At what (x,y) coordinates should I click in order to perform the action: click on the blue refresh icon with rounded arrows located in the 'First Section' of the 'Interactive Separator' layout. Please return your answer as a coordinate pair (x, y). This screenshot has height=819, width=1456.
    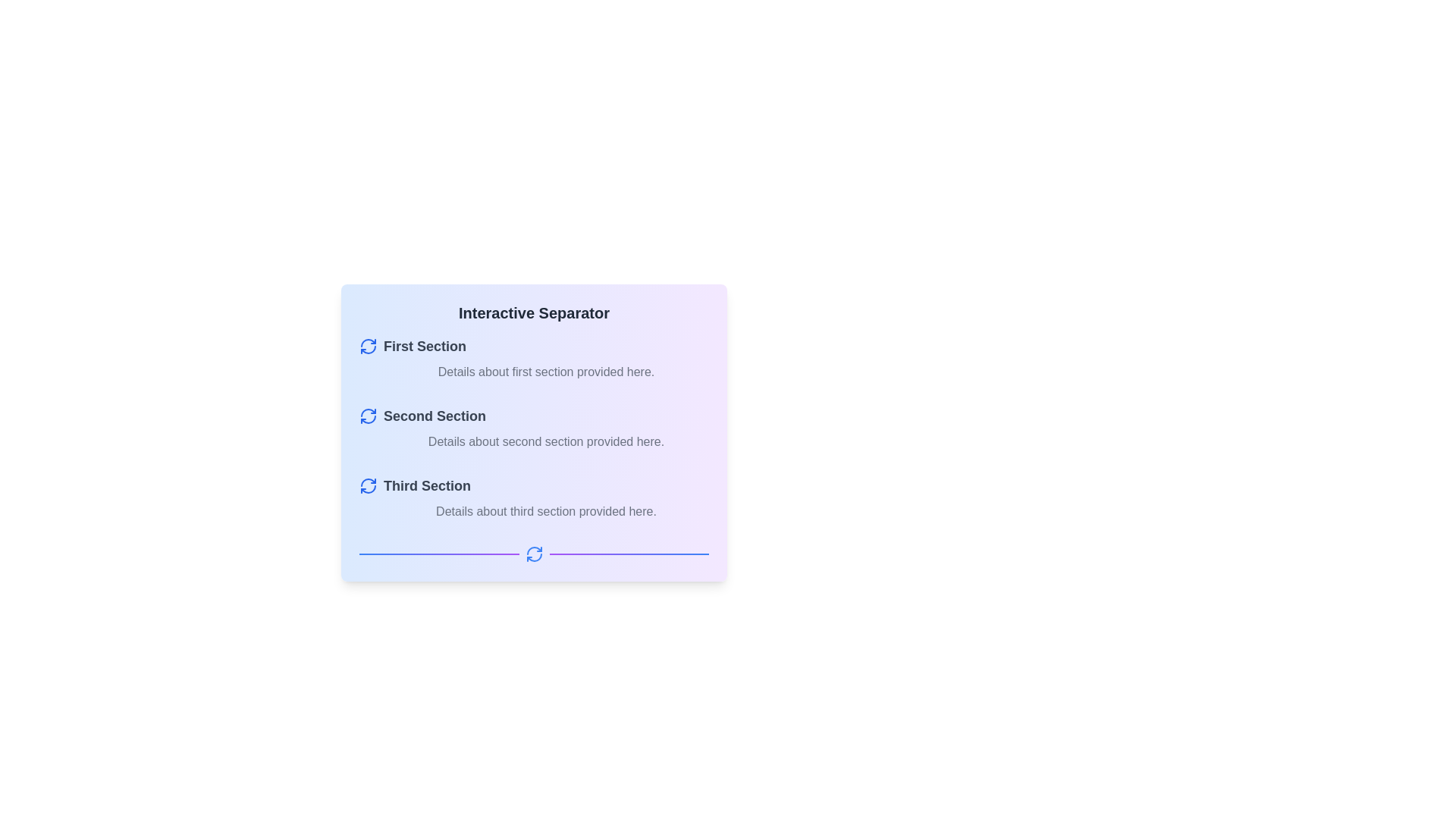
    Looking at the image, I should click on (368, 346).